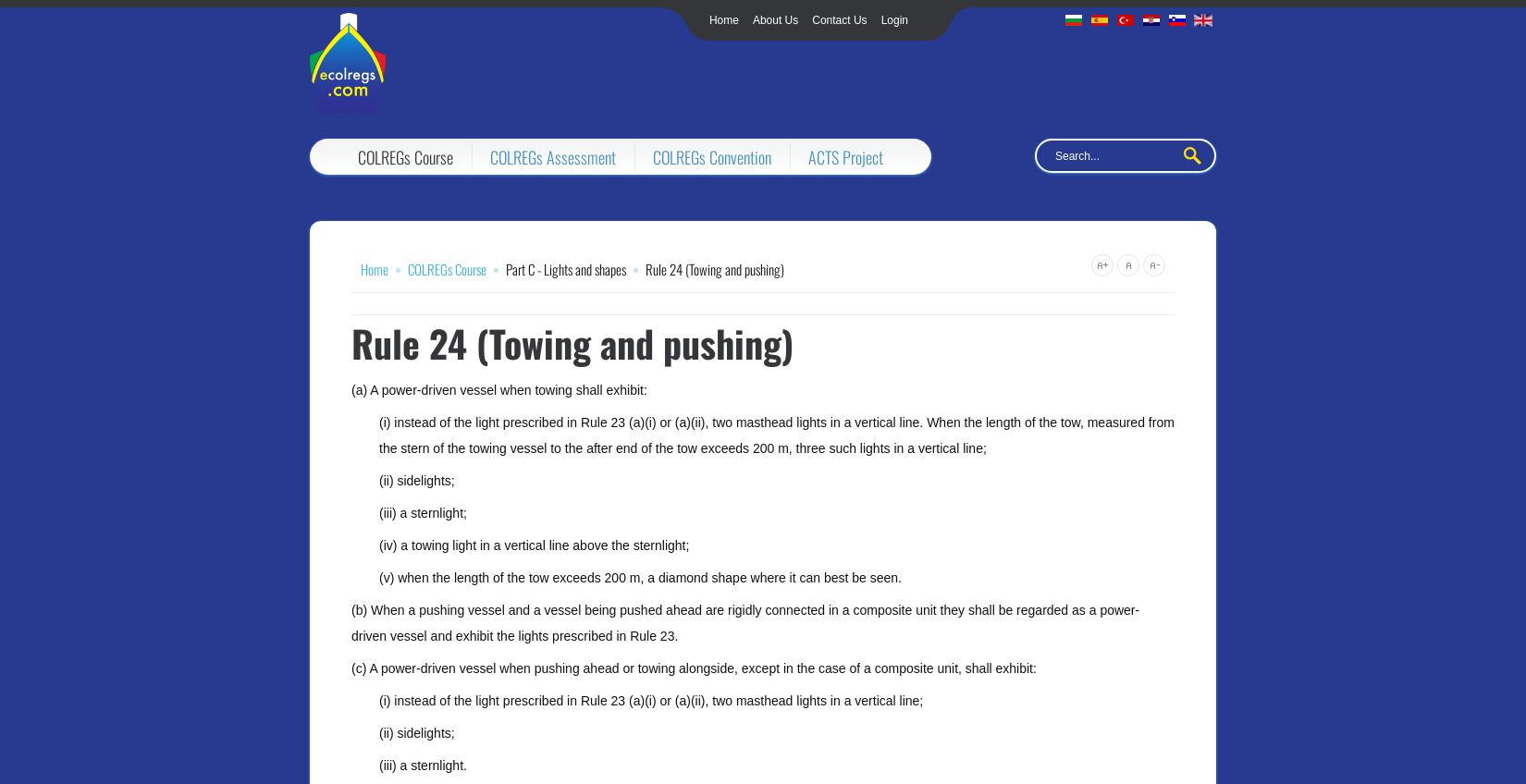 The image size is (1526, 784). What do you see at coordinates (572, 342) in the screenshot?
I see `'Rule 24 (Towing and pushing)'` at bounding box center [572, 342].